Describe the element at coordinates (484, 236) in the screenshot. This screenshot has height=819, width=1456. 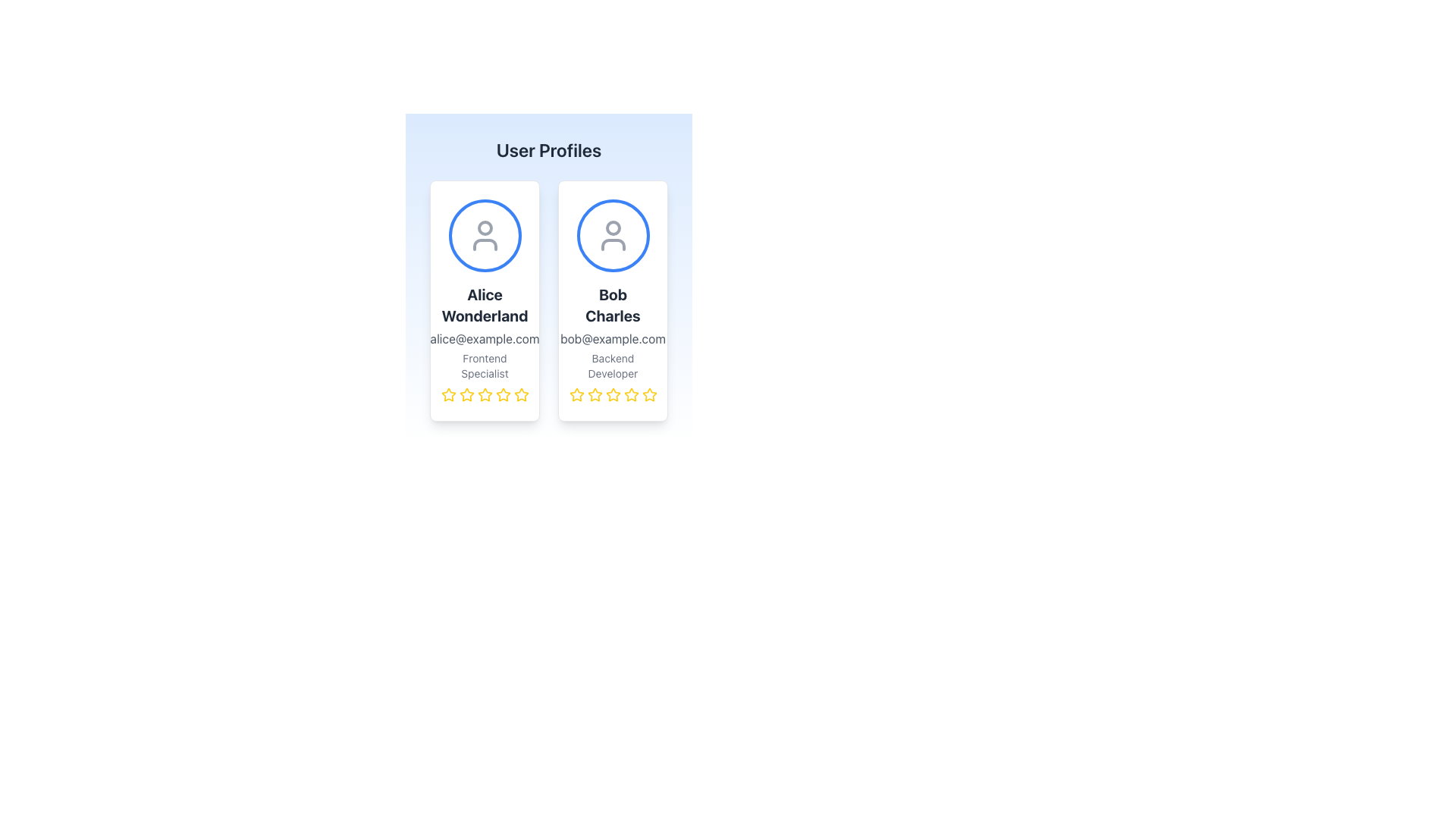
I see `the user icon representing Alice Wonderland in the upper section of the leftmost profile card, which has a simplistic gray design of a head and shoulders` at that location.